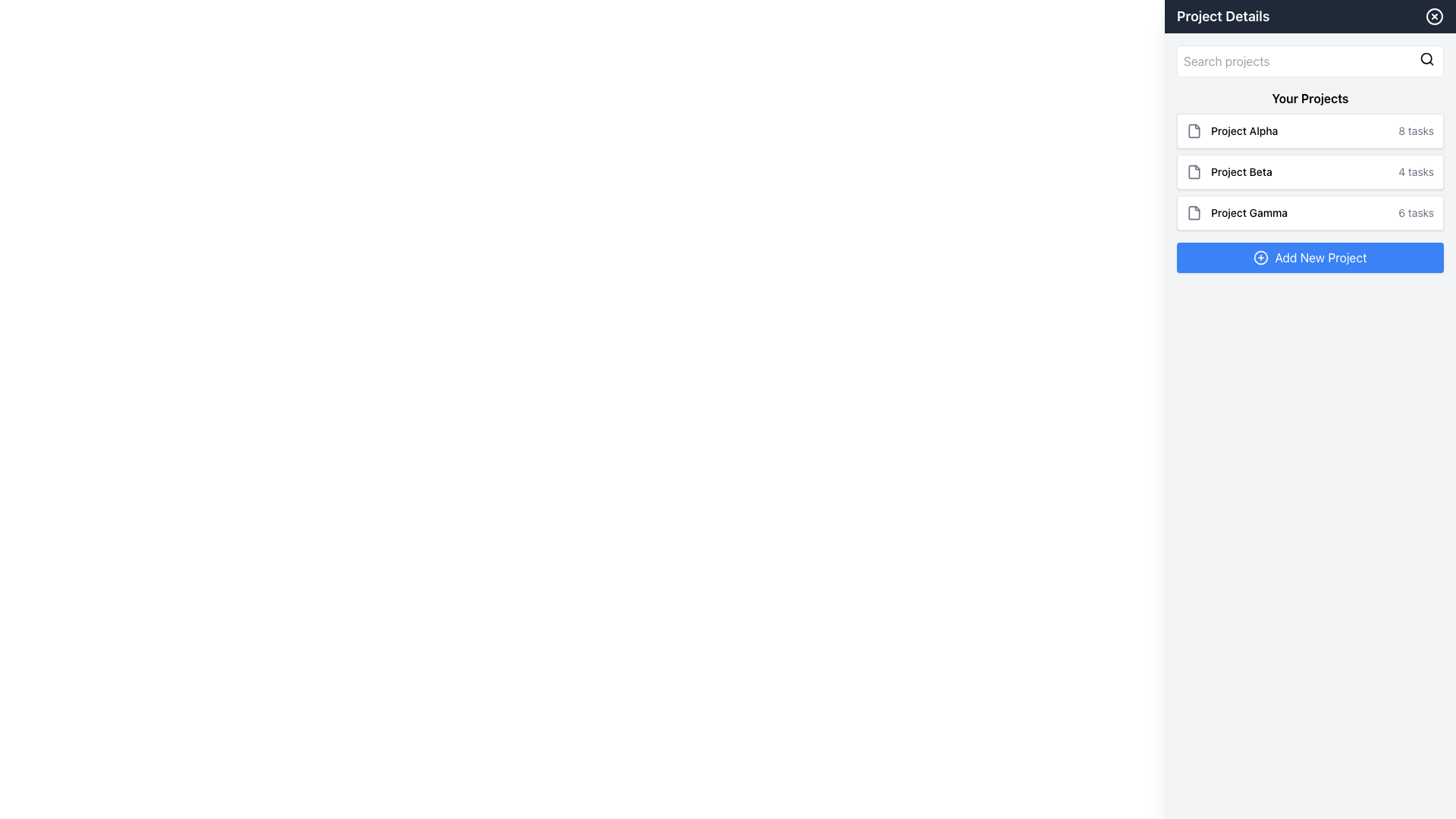  I want to click on the close button located at the top-right corner of the 'Project Details' header bar, so click(1433, 17).